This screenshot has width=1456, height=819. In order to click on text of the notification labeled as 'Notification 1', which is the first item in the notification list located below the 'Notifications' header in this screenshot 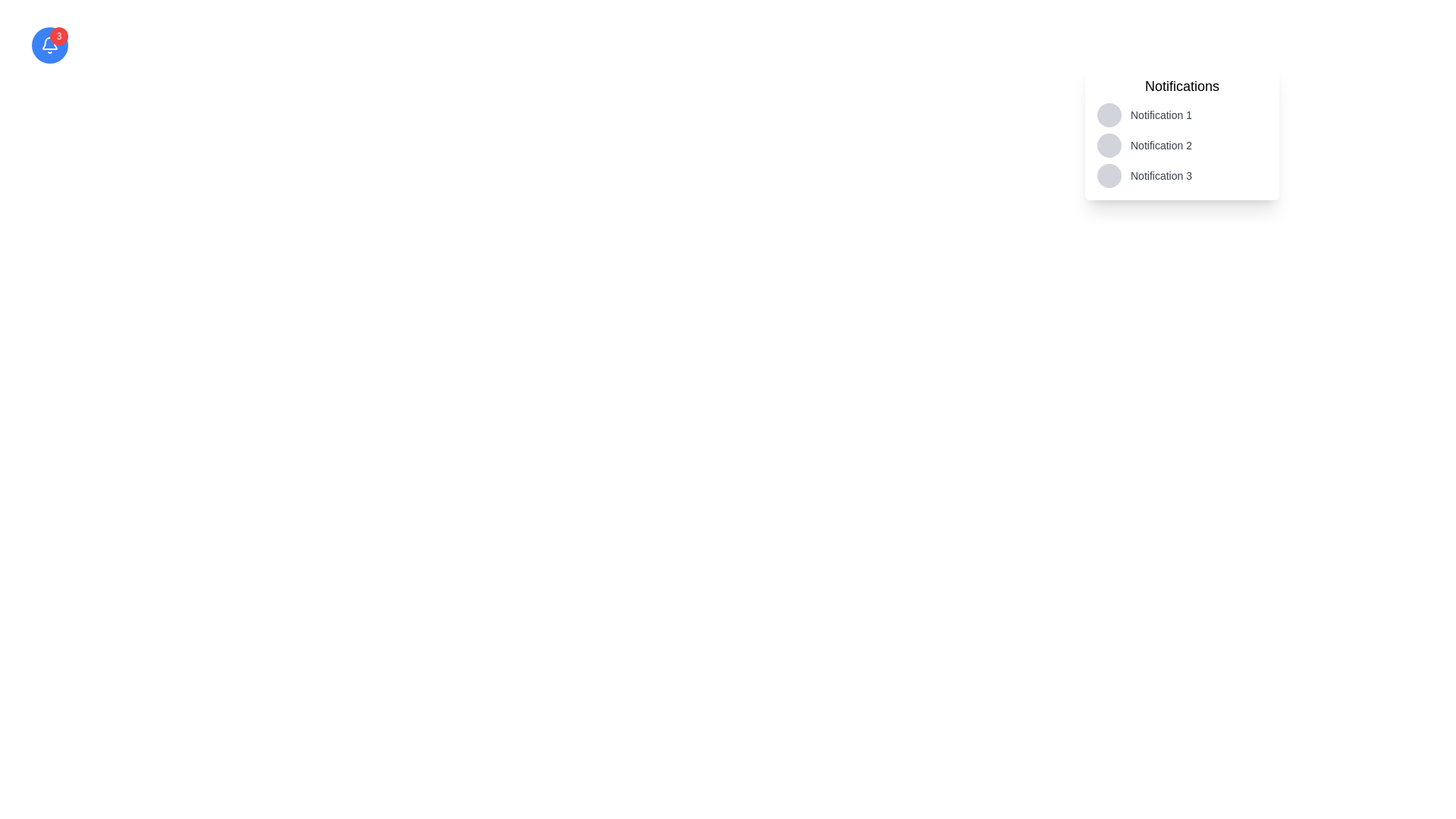, I will do `click(1181, 114)`.